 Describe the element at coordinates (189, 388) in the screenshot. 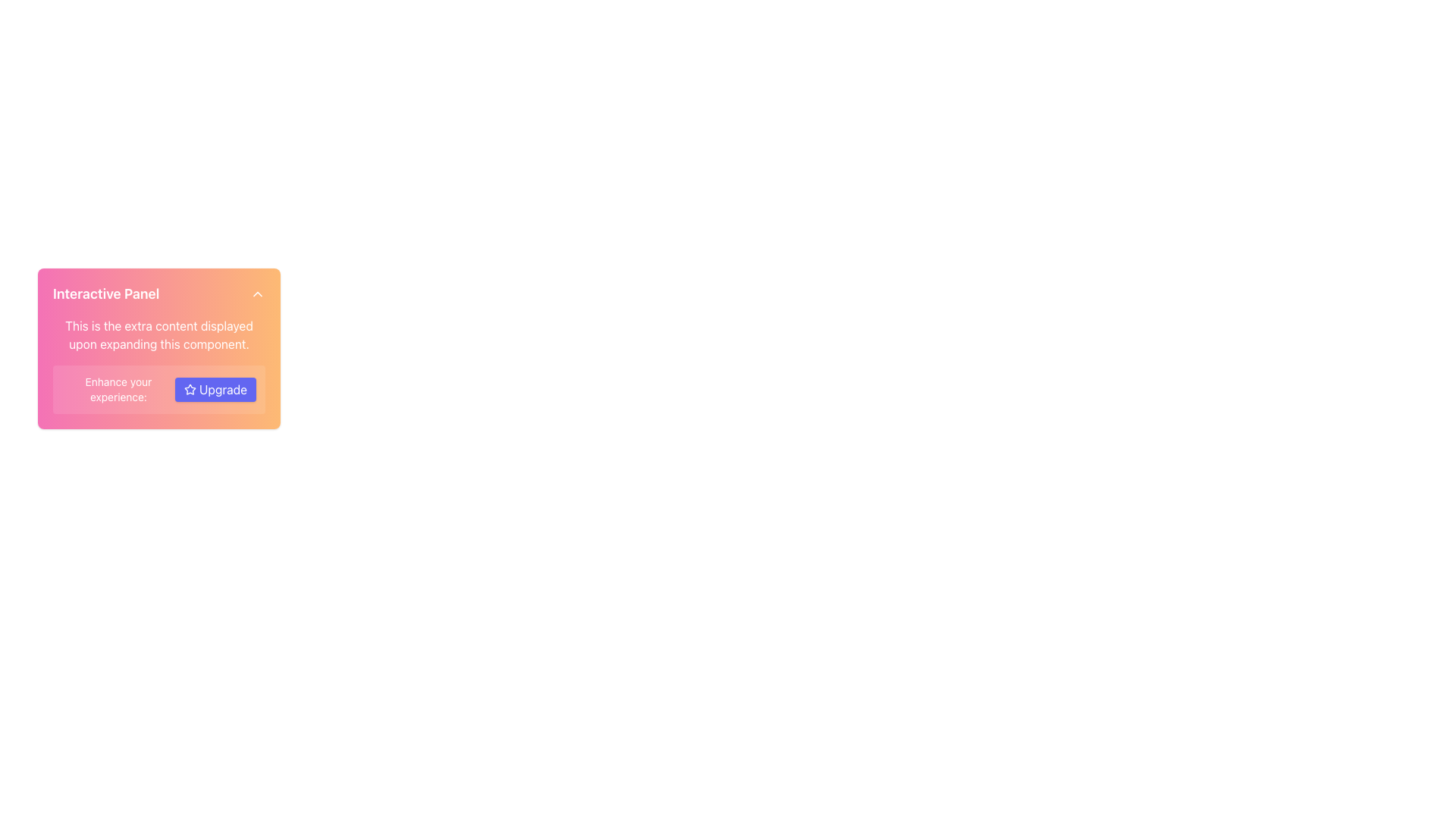

I see `the star-shaped icon located to the left of the 'Upgrade' text within the blue rounded button` at that location.